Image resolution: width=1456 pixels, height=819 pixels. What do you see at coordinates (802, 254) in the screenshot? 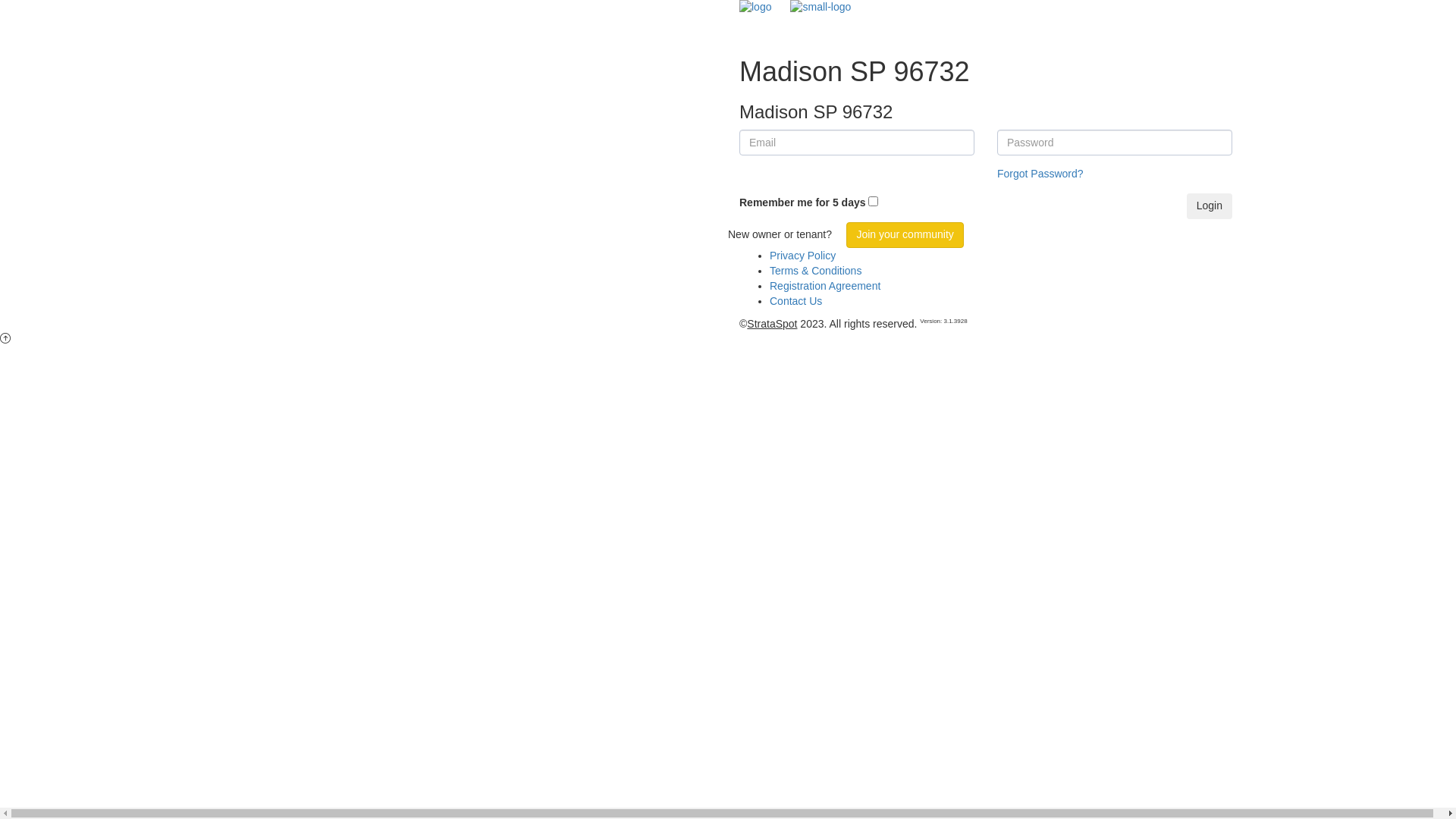
I see `'Privacy Policy'` at bounding box center [802, 254].